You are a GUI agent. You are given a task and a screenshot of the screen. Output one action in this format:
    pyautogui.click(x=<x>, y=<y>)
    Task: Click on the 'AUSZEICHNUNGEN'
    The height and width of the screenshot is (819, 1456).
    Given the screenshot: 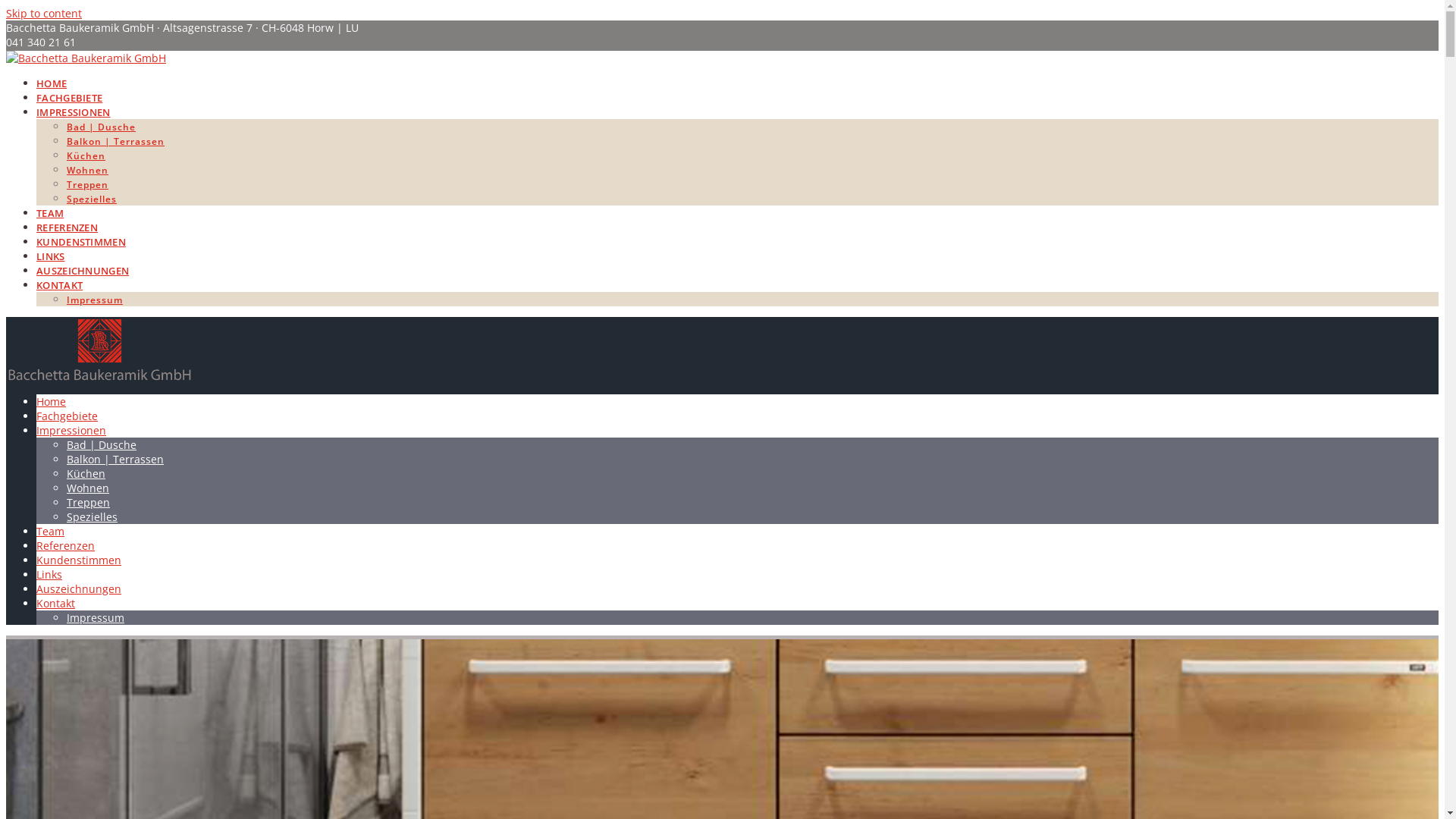 What is the action you would take?
    pyautogui.click(x=82, y=270)
    